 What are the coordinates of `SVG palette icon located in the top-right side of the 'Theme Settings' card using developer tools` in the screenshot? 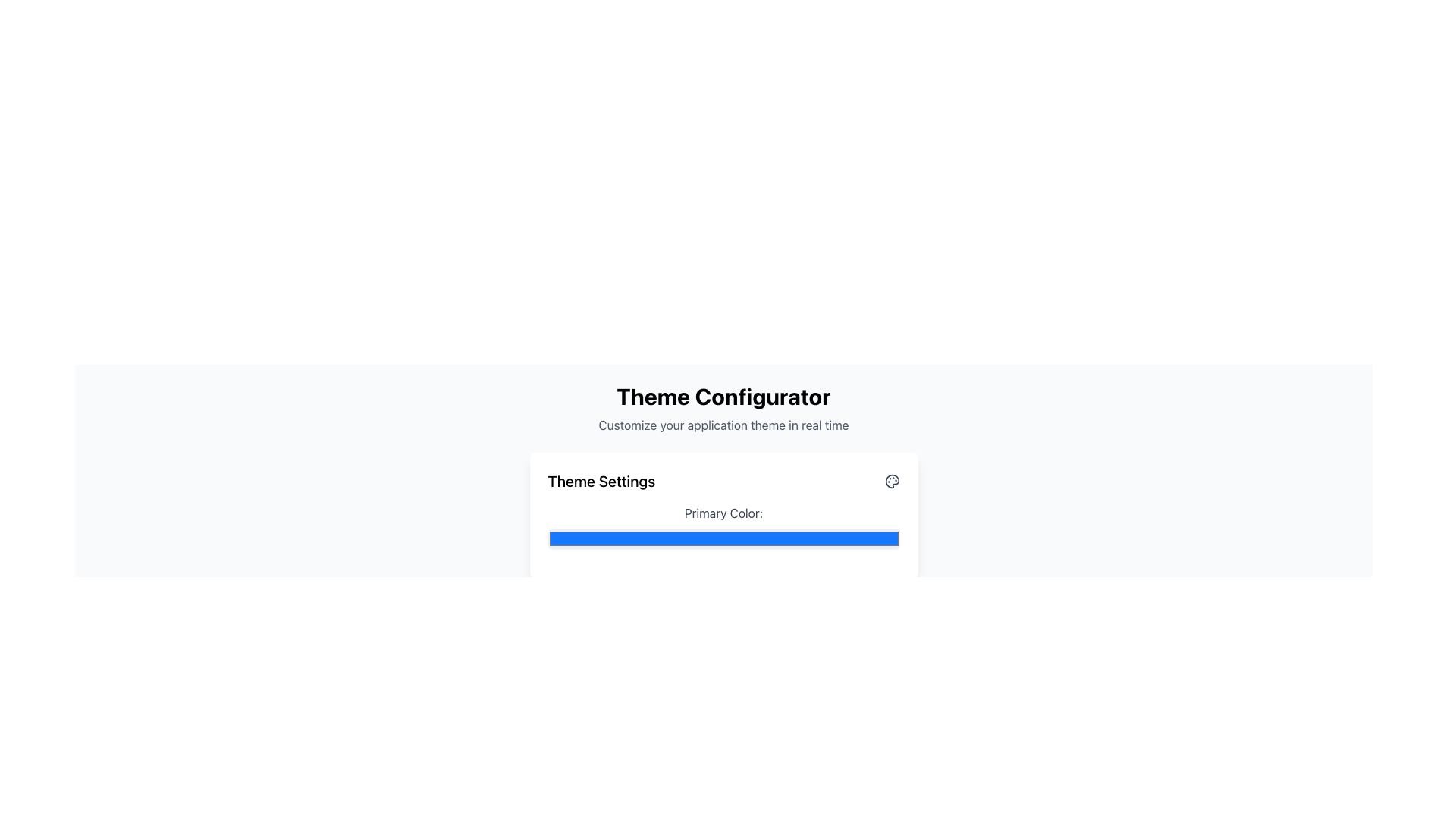 It's located at (892, 482).